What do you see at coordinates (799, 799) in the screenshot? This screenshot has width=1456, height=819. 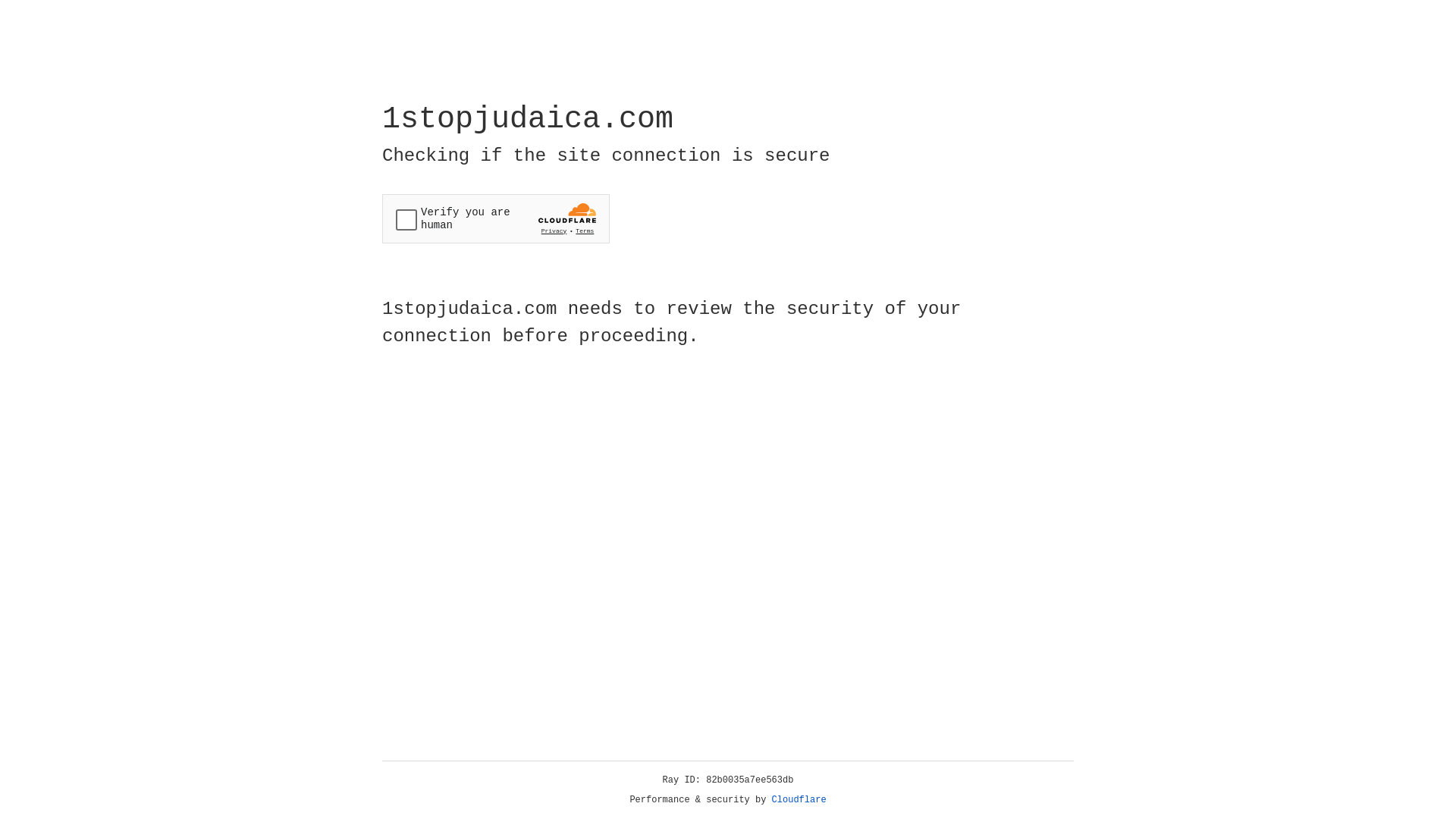 I see `'Cloudflare'` at bounding box center [799, 799].